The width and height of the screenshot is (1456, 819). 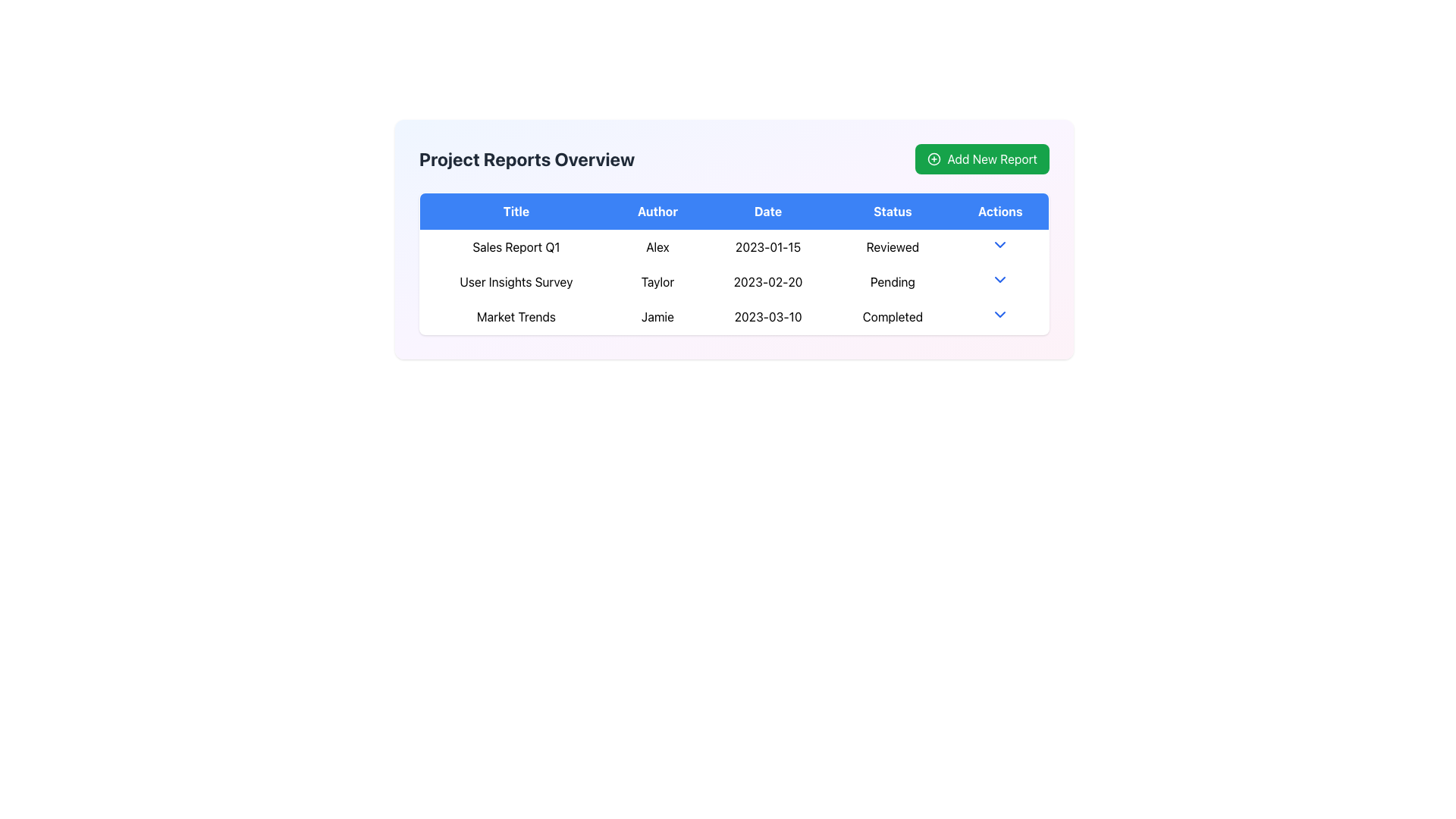 What do you see at coordinates (657, 211) in the screenshot?
I see `the label displaying the text 'Author' in white against a blue background, which is the second element in a row of five within a table-like structure` at bounding box center [657, 211].